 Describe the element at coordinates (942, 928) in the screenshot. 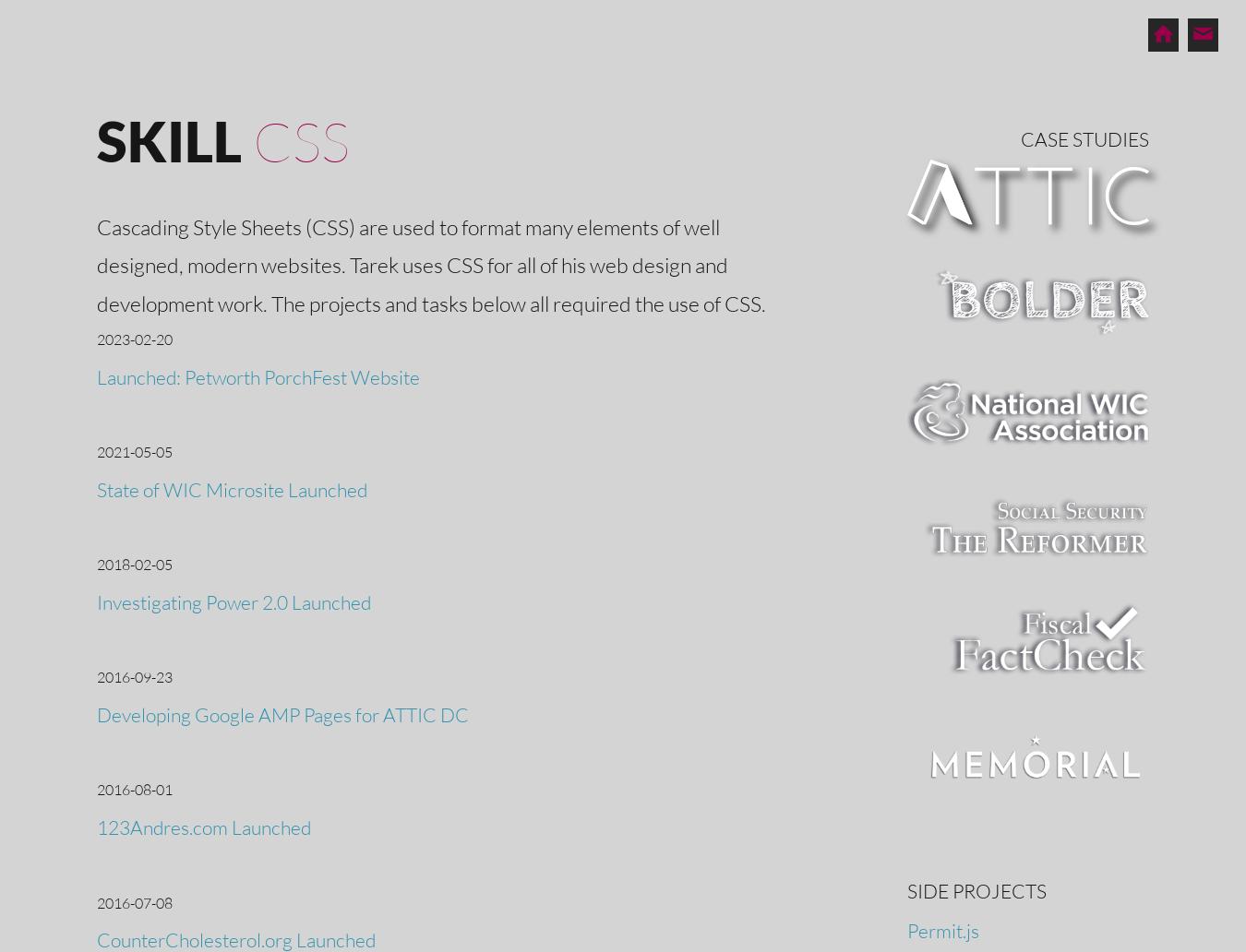

I see `'Permit.js'` at that location.